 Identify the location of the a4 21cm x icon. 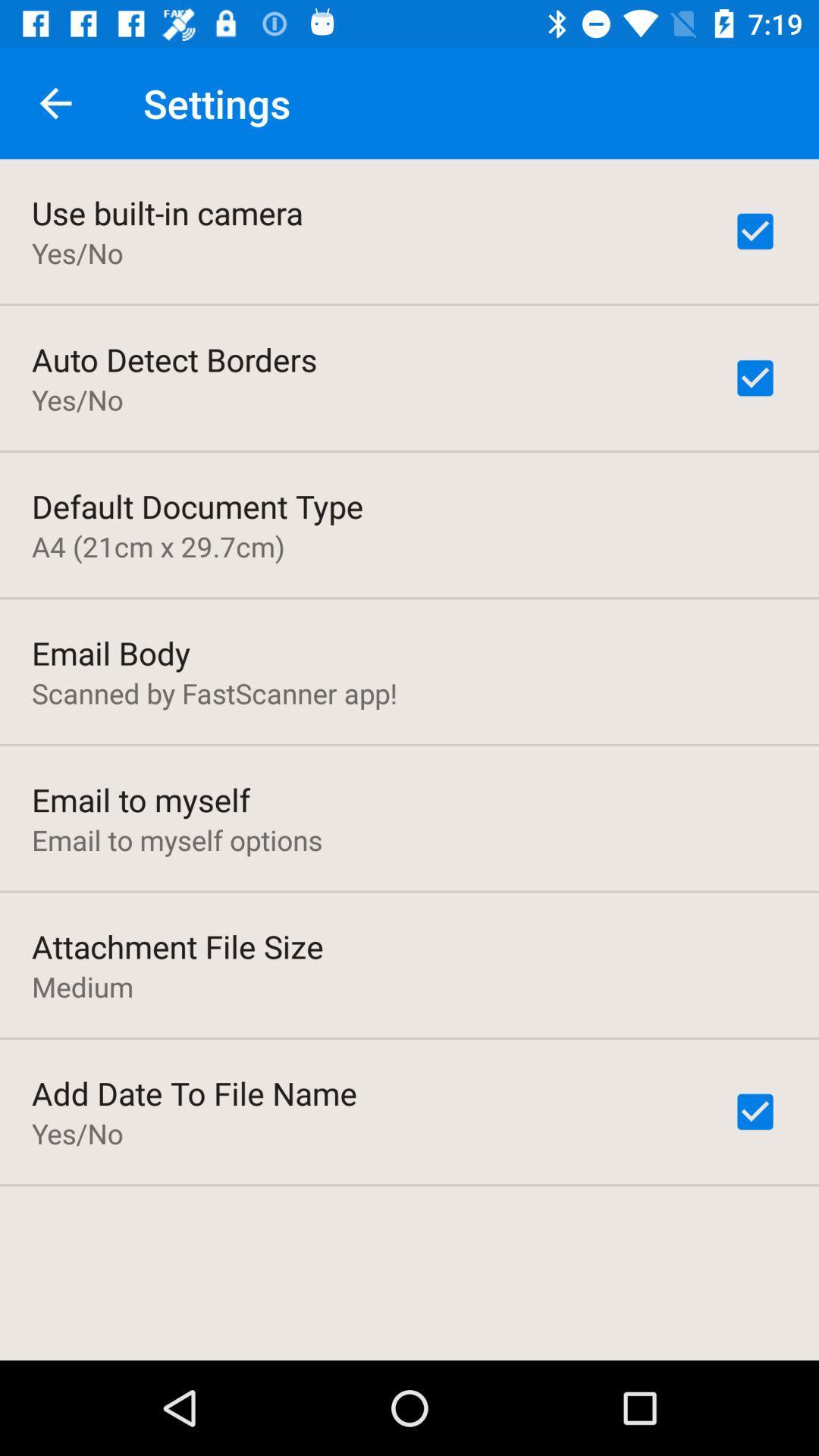
(158, 546).